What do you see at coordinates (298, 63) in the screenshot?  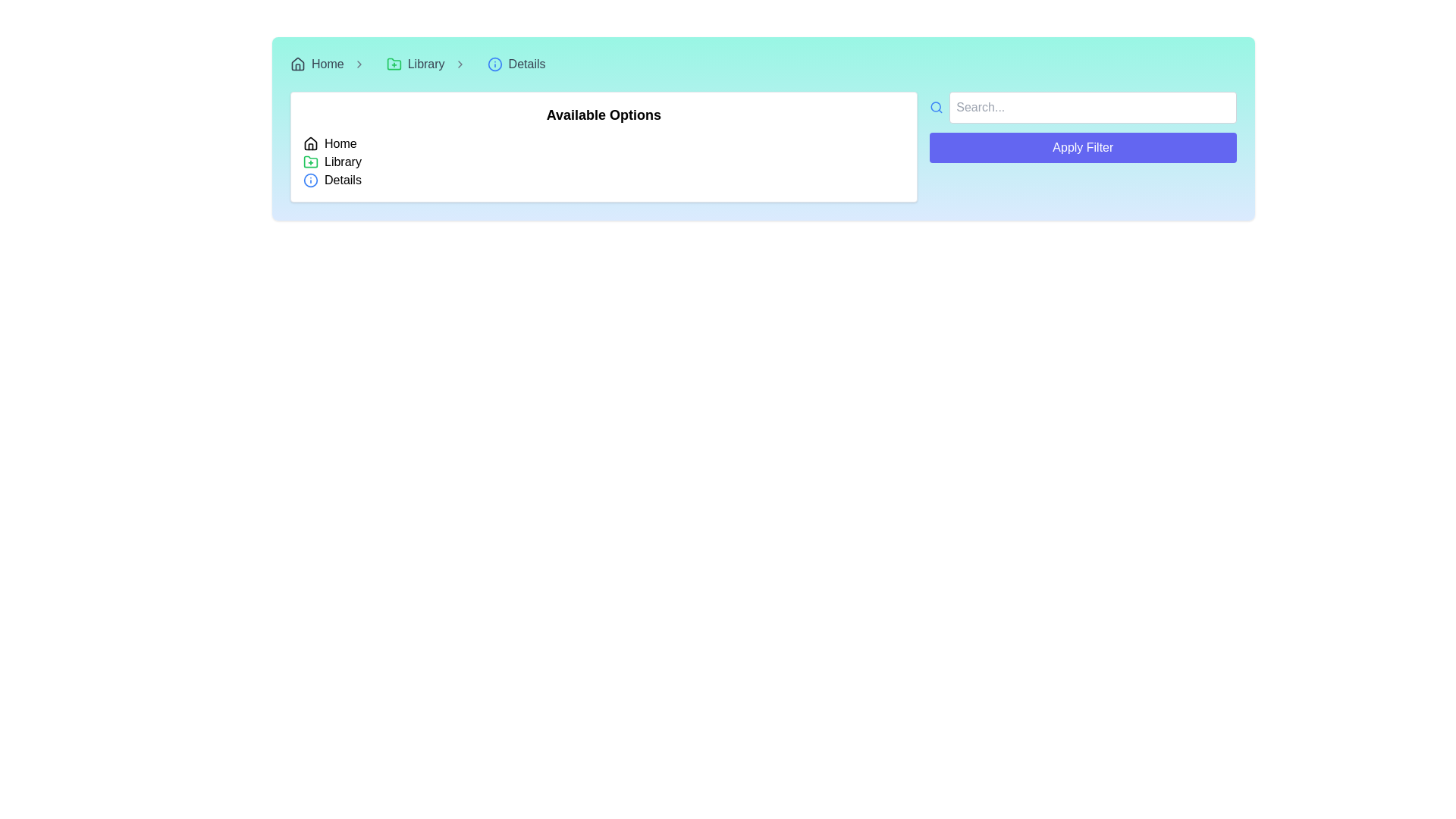 I see `the house icon in the breadcrumb navigation bar, which is visually represented as a 'Home' entity and located next to the 'Home' text` at bounding box center [298, 63].